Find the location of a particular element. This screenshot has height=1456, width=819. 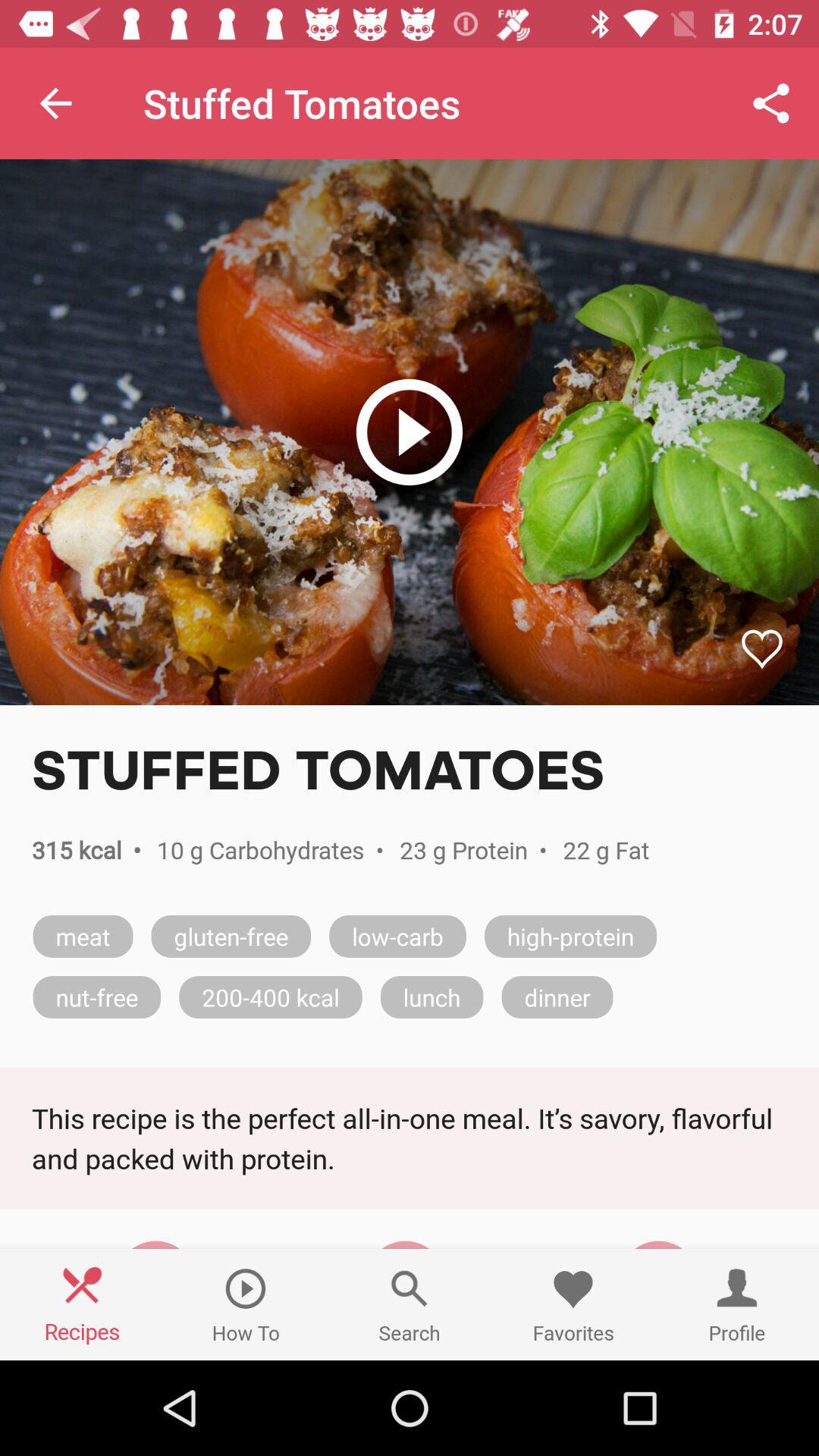

the icon at the top left corner is located at coordinates (55, 102).